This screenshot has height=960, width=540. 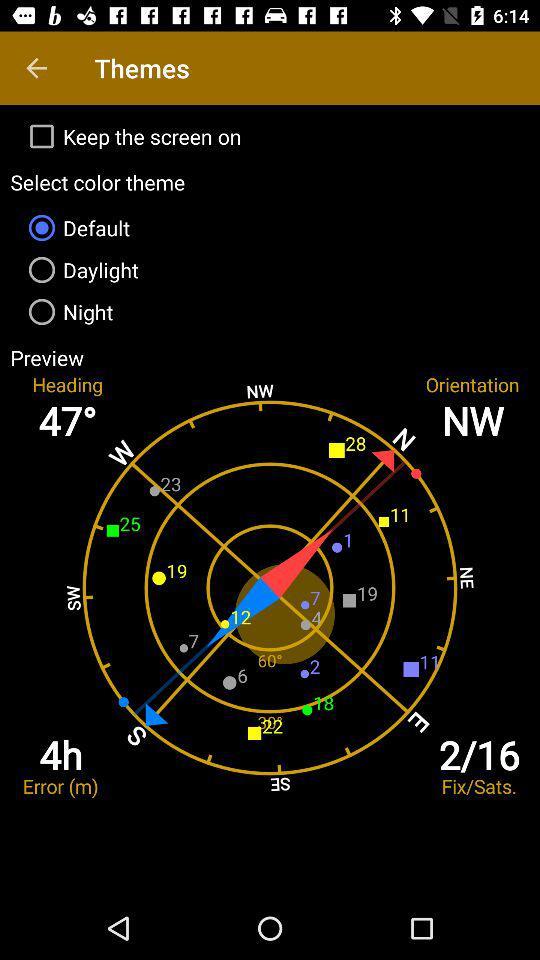 What do you see at coordinates (36, 68) in the screenshot?
I see `icon to the left of the themes item` at bounding box center [36, 68].